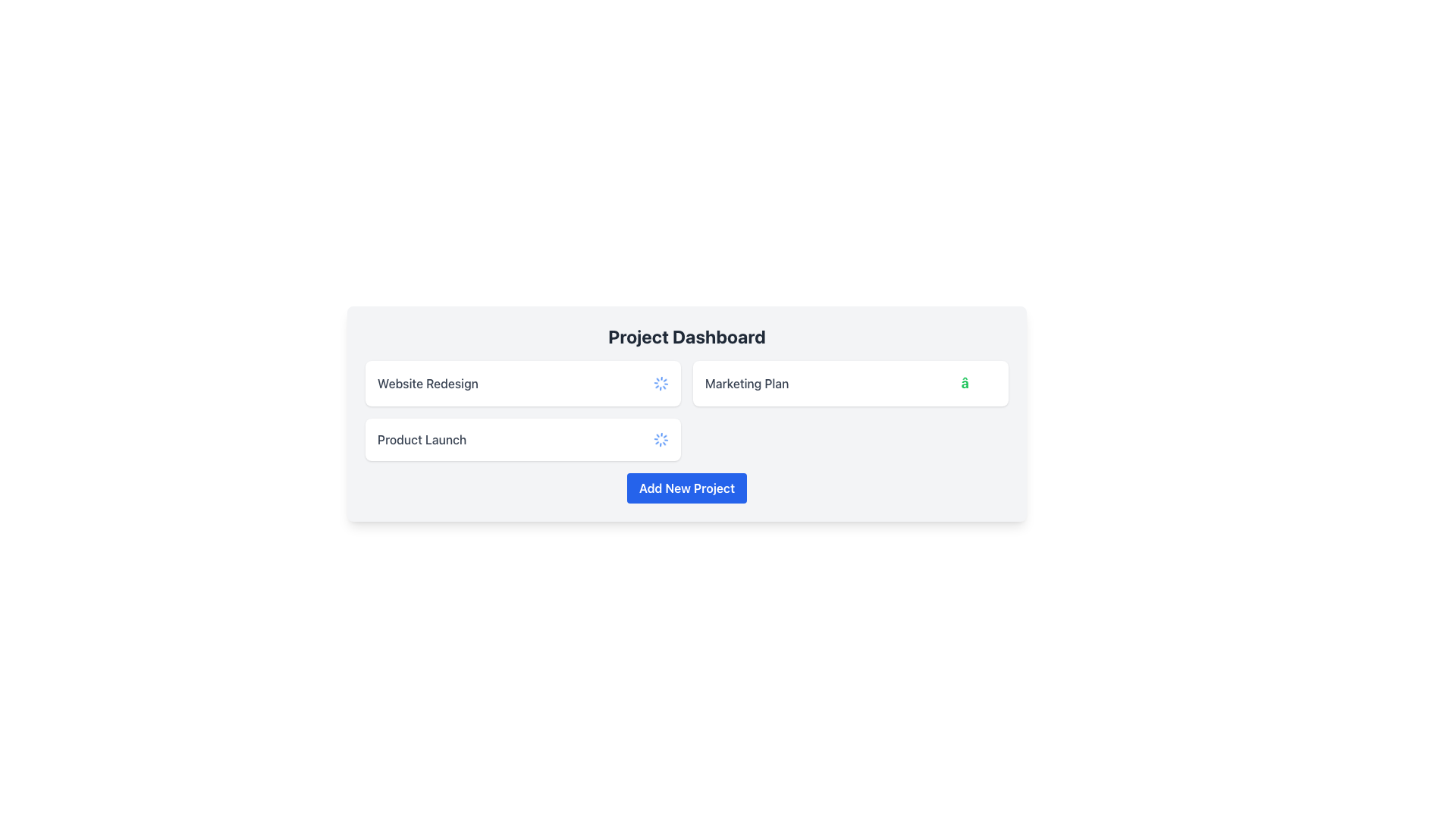  Describe the element at coordinates (979, 382) in the screenshot. I see `the green checkmark icon located in the top-right section of the 'Marketing Plan' card on the dashboard` at that location.